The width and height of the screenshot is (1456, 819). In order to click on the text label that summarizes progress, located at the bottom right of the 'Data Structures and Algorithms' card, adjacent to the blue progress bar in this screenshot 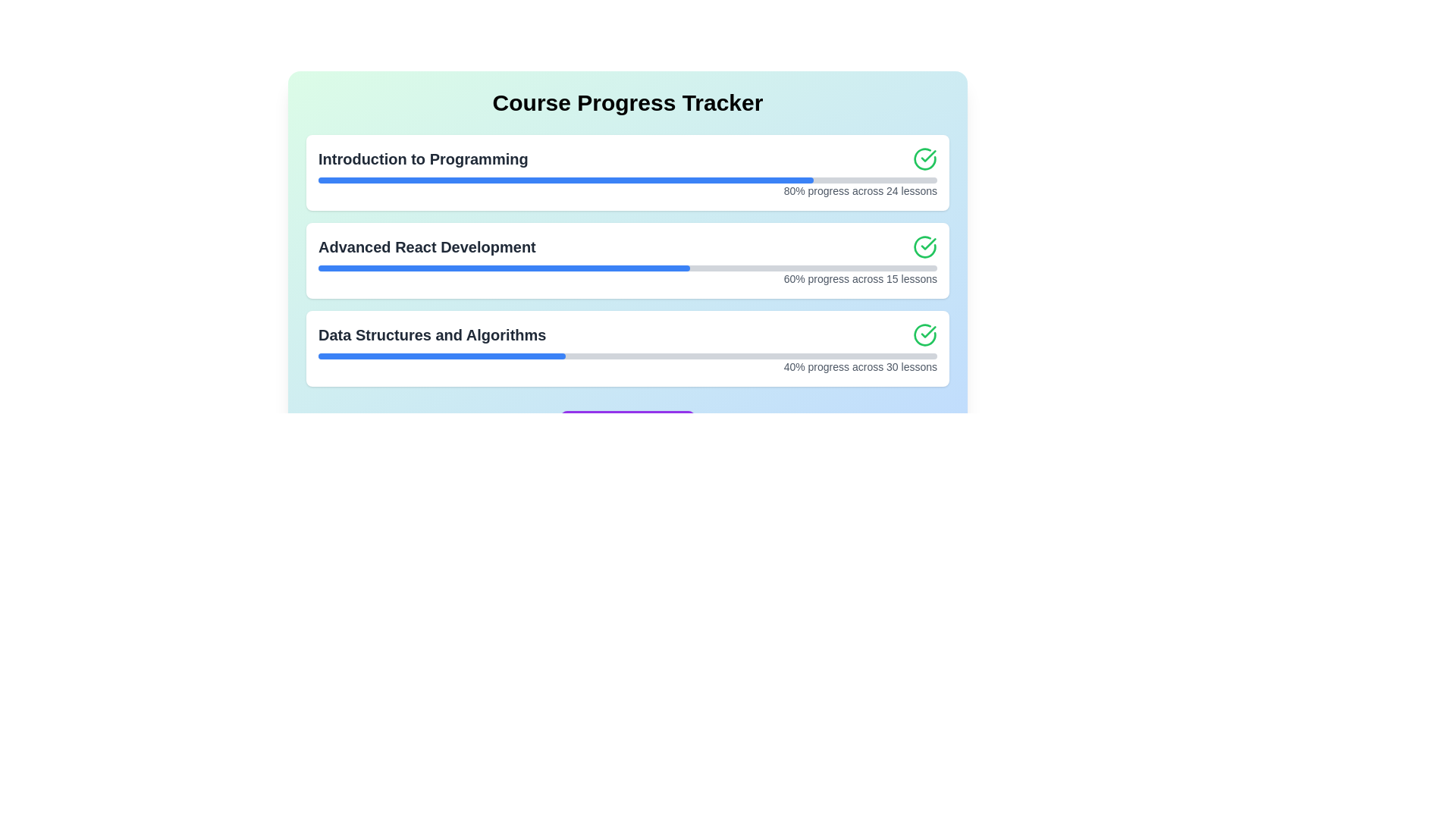, I will do `click(628, 366)`.